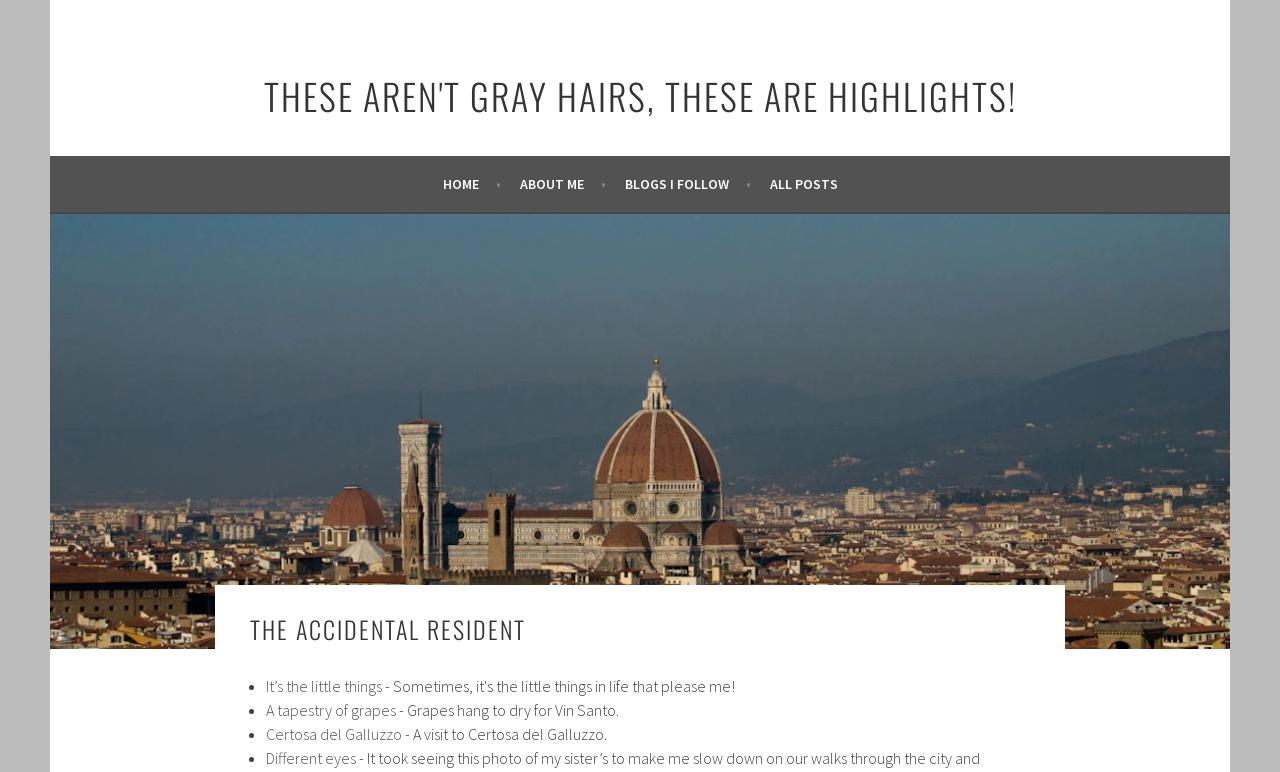  I want to click on 'All posts', so click(802, 182).